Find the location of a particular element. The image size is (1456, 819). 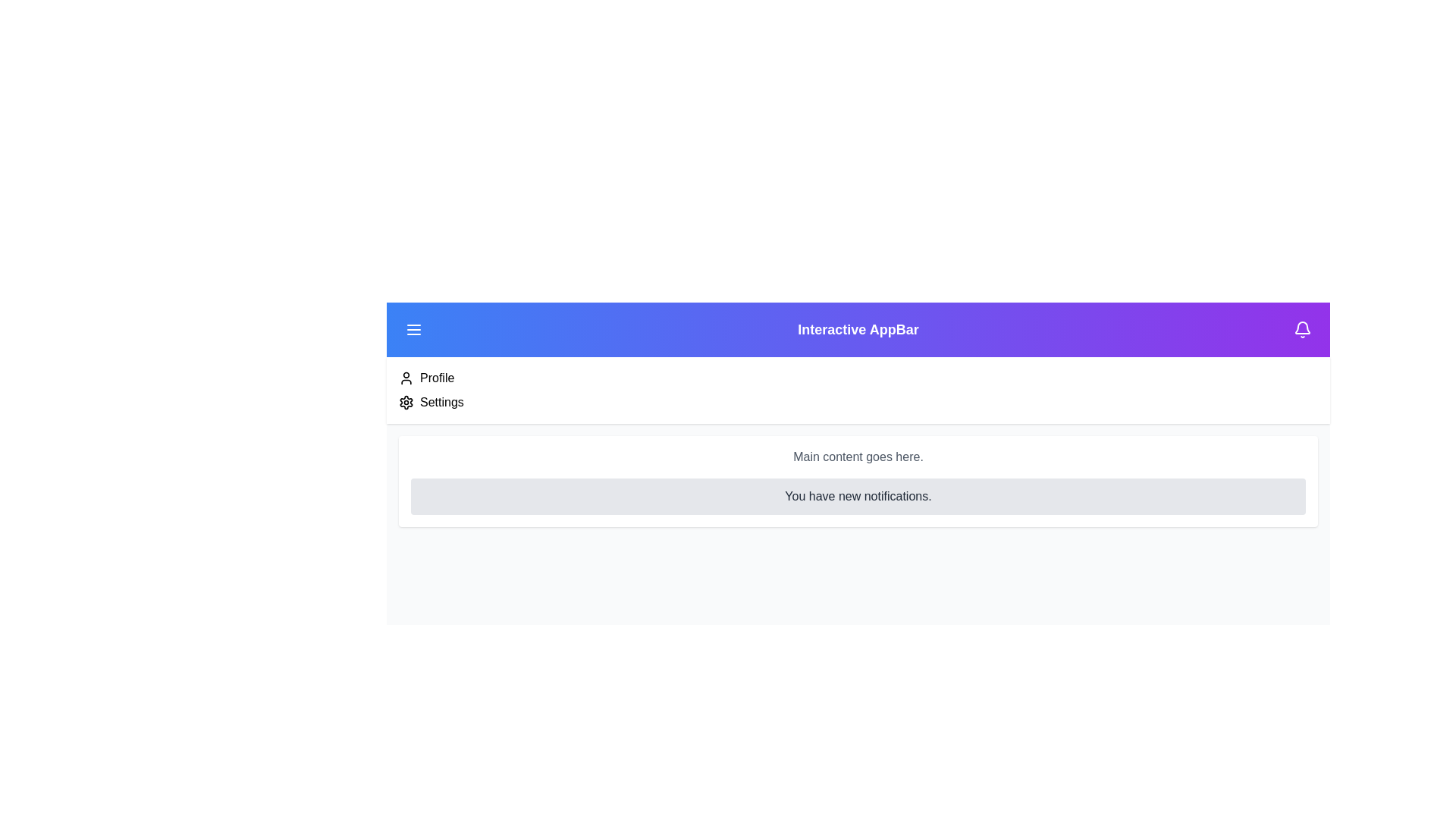

the 'Settings' option in the menu is located at coordinates (440, 402).